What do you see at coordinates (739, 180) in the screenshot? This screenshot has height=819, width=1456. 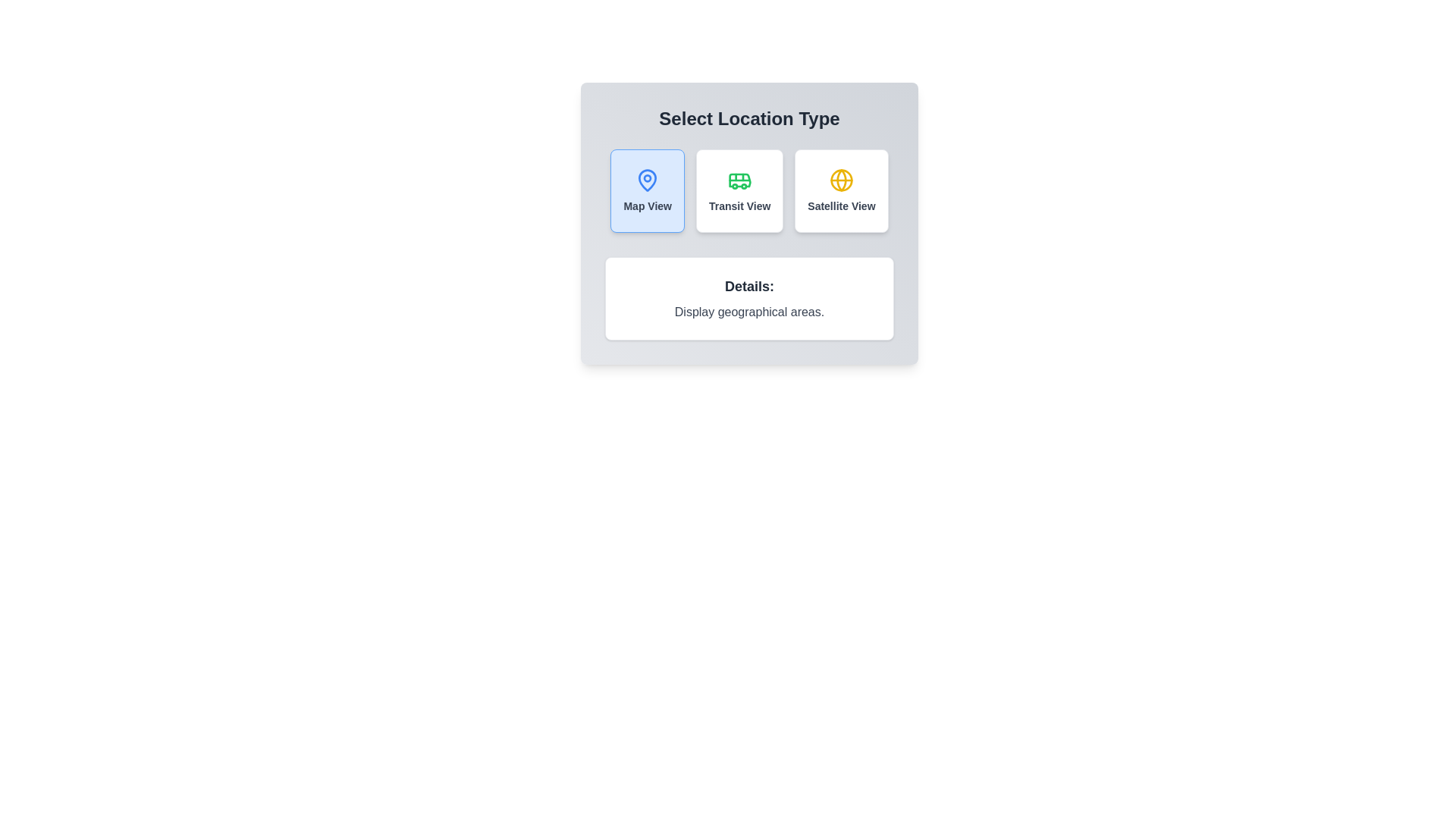 I see `the green bus icon located in the 'Transit View' option, which is positioned between 'Map View' and 'Satellite View' under 'Select Location Type'` at bounding box center [739, 180].